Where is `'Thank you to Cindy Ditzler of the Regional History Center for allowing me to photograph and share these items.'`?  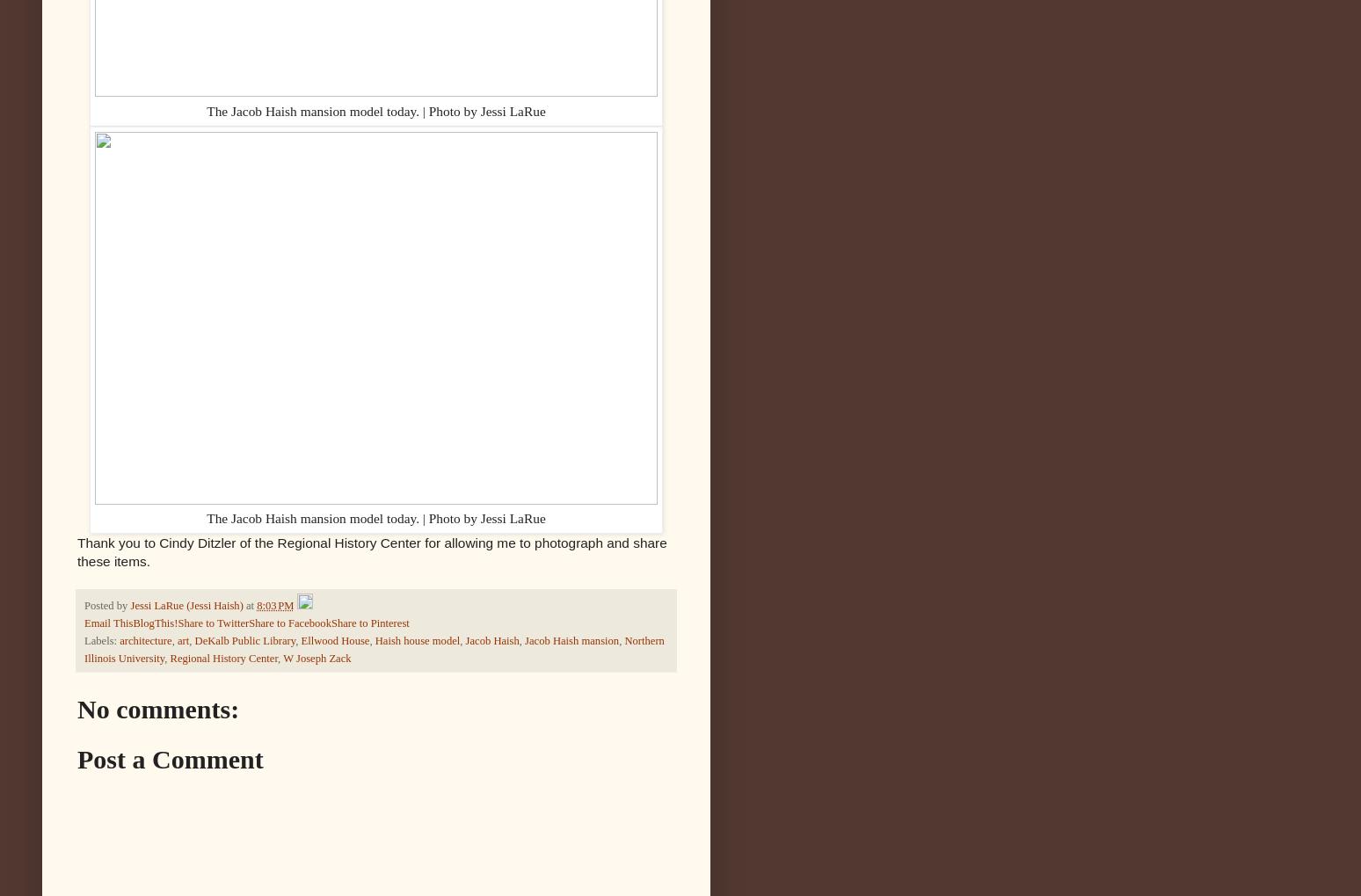
'Thank you to Cindy Ditzler of the Regional History Center for allowing me to photograph and share these items.' is located at coordinates (76, 551).